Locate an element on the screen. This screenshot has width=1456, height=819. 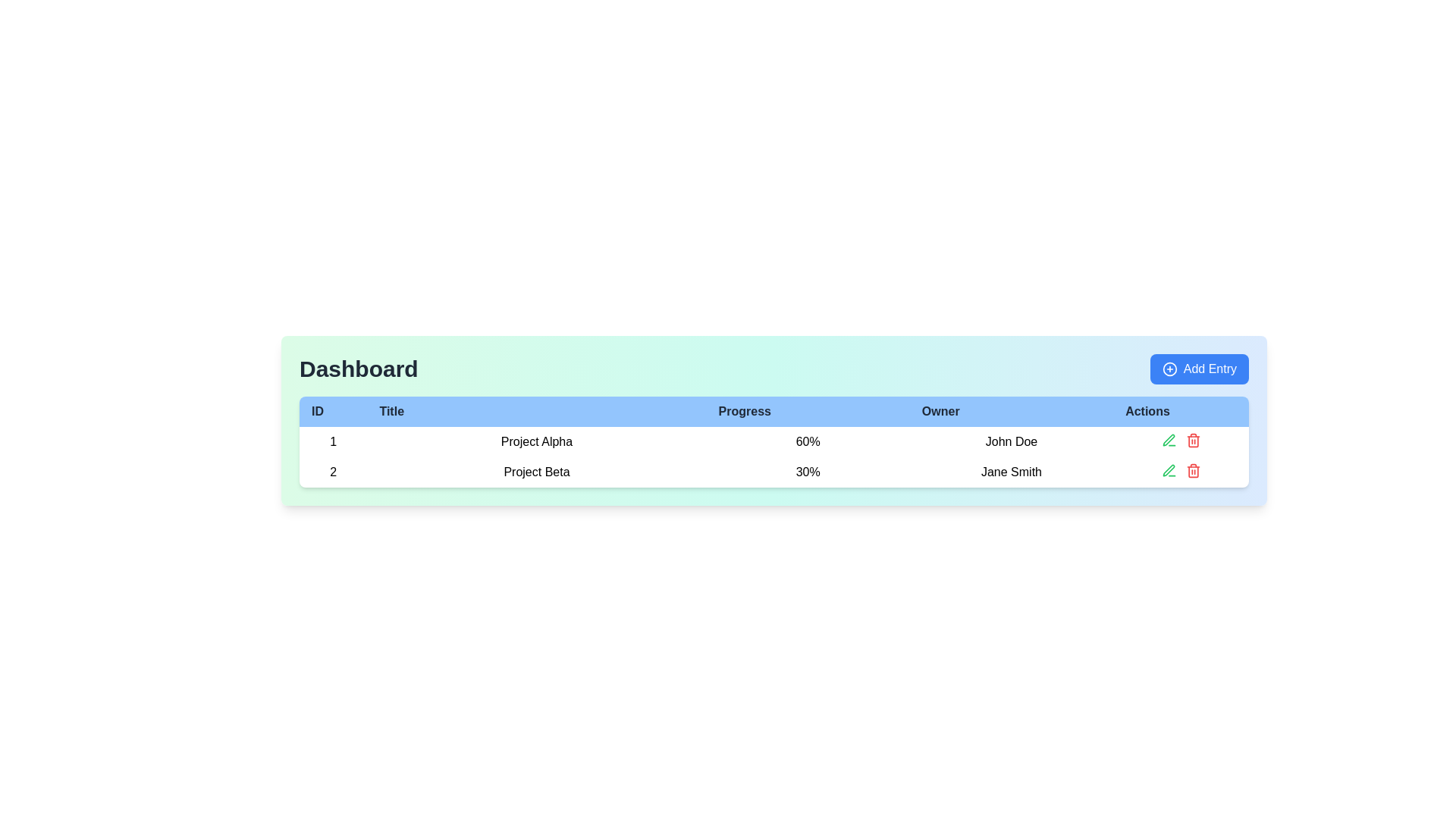
the icon located inside the 'Add Entry' button, specifically to the left of the text label 'Add Entry' is located at coordinates (1169, 369).